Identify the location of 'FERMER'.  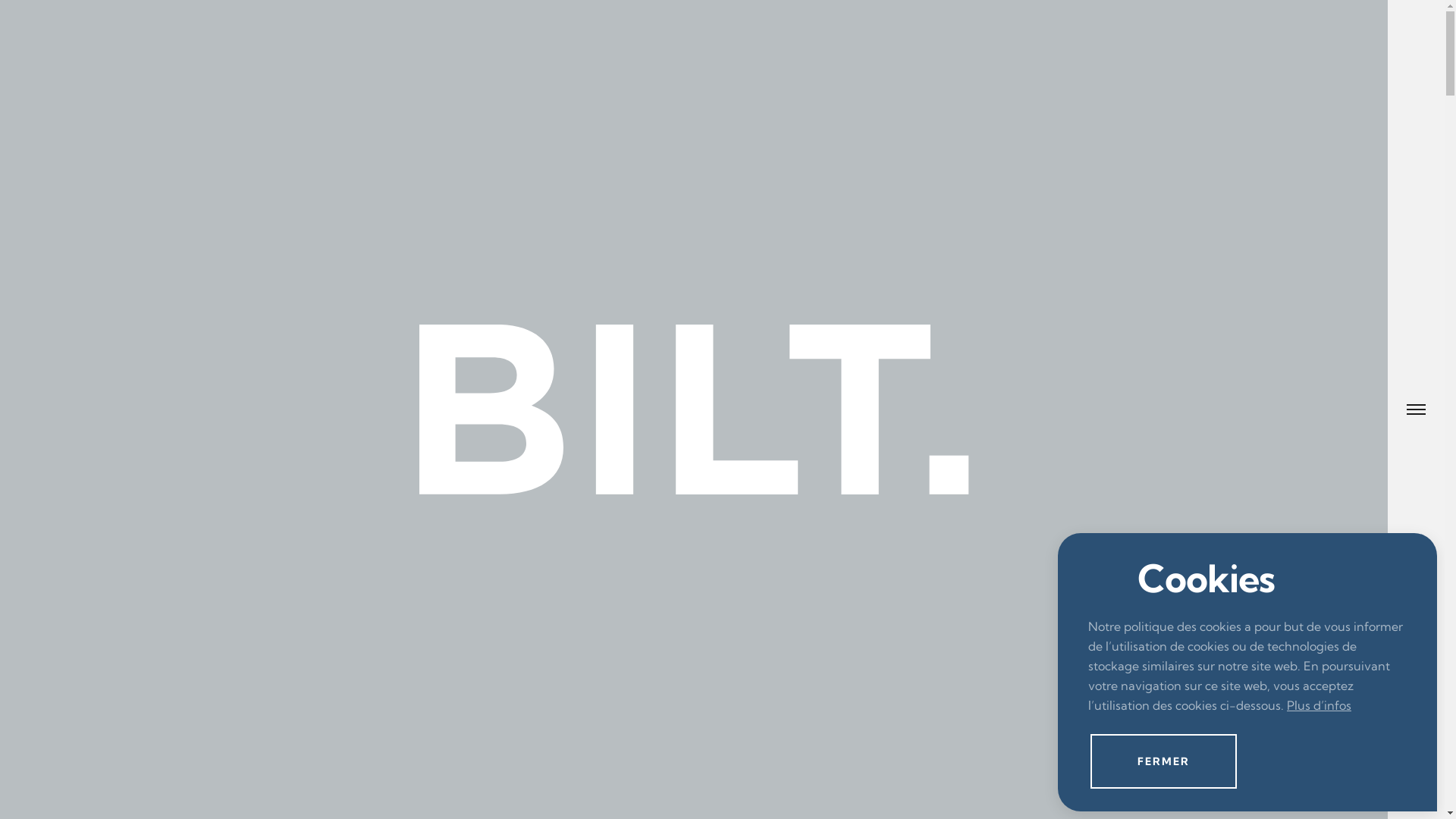
(1163, 761).